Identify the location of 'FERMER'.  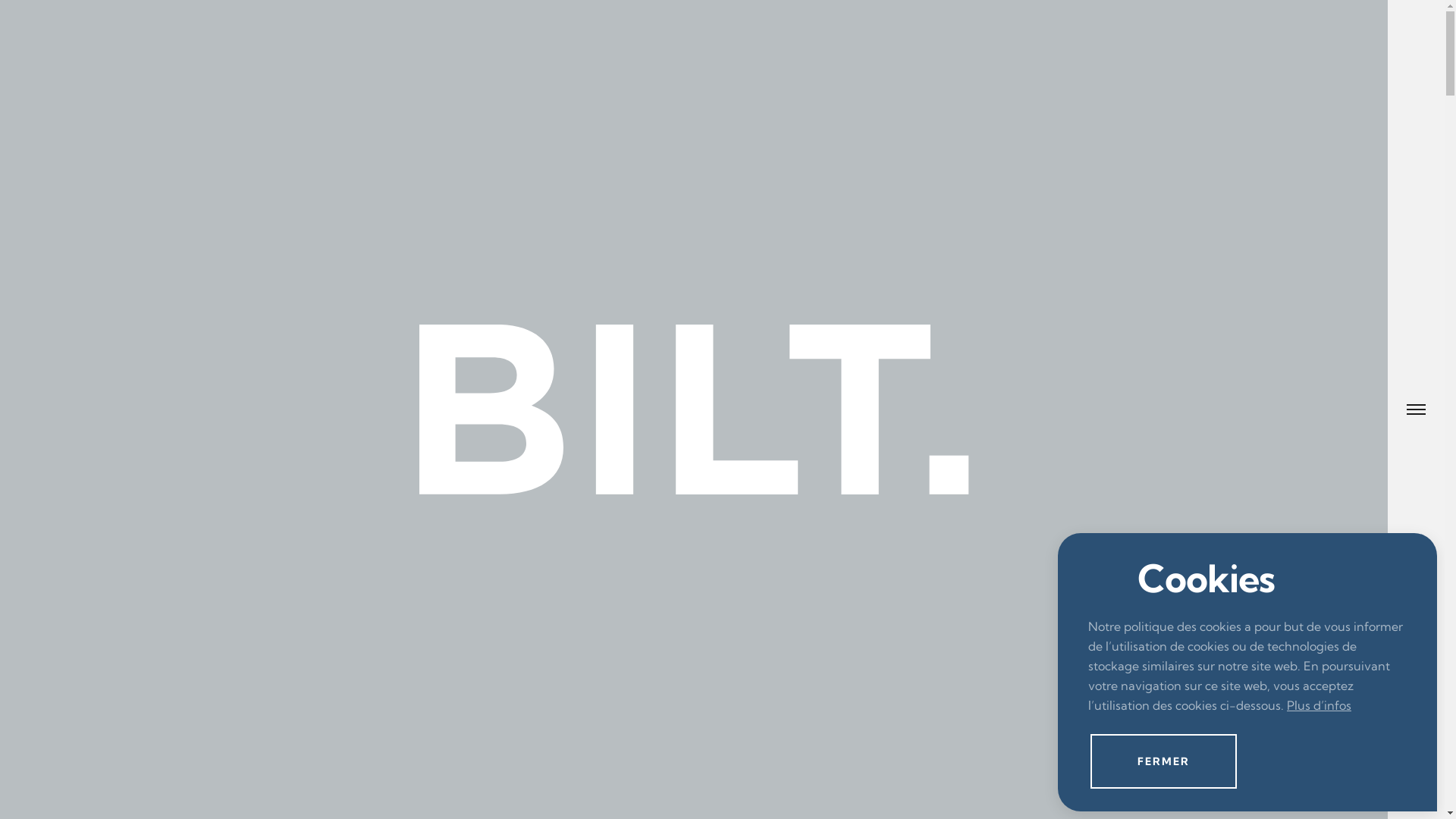
(1163, 761).